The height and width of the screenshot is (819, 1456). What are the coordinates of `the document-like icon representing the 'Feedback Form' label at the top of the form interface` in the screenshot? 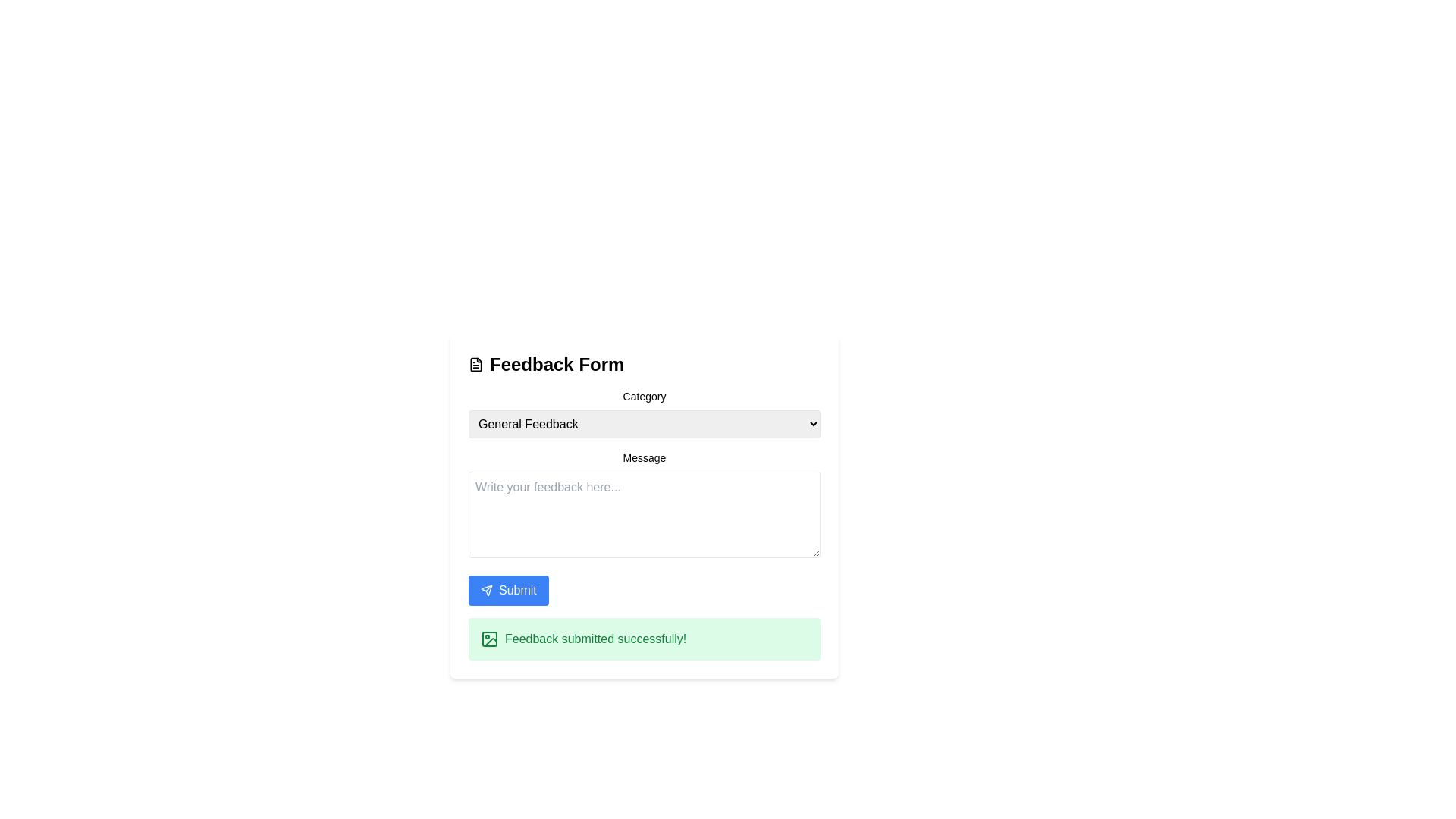 It's located at (475, 365).